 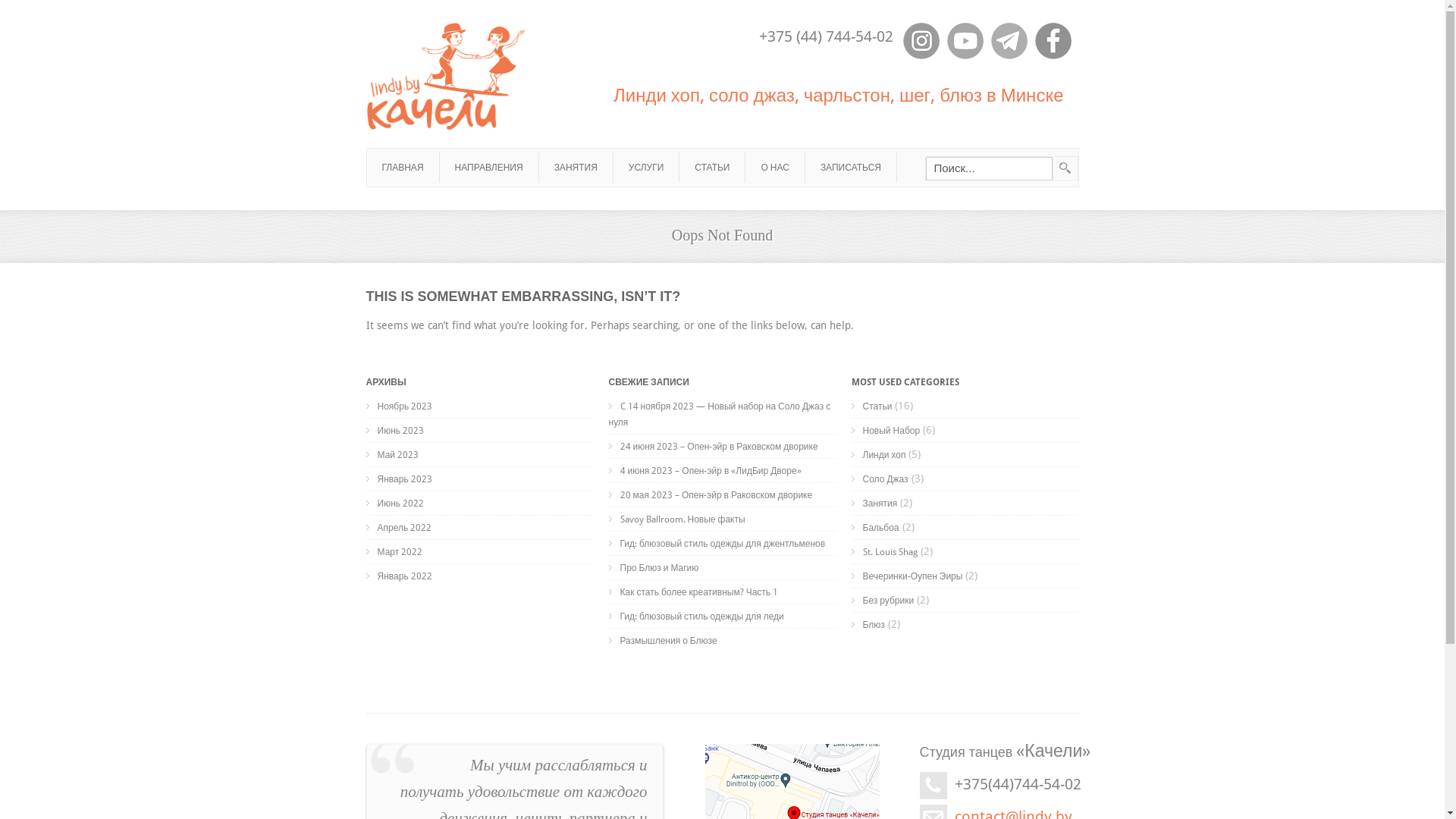 What do you see at coordinates (1051, 40) in the screenshot?
I see `'facebook'` at bounding box center [1051, 40].